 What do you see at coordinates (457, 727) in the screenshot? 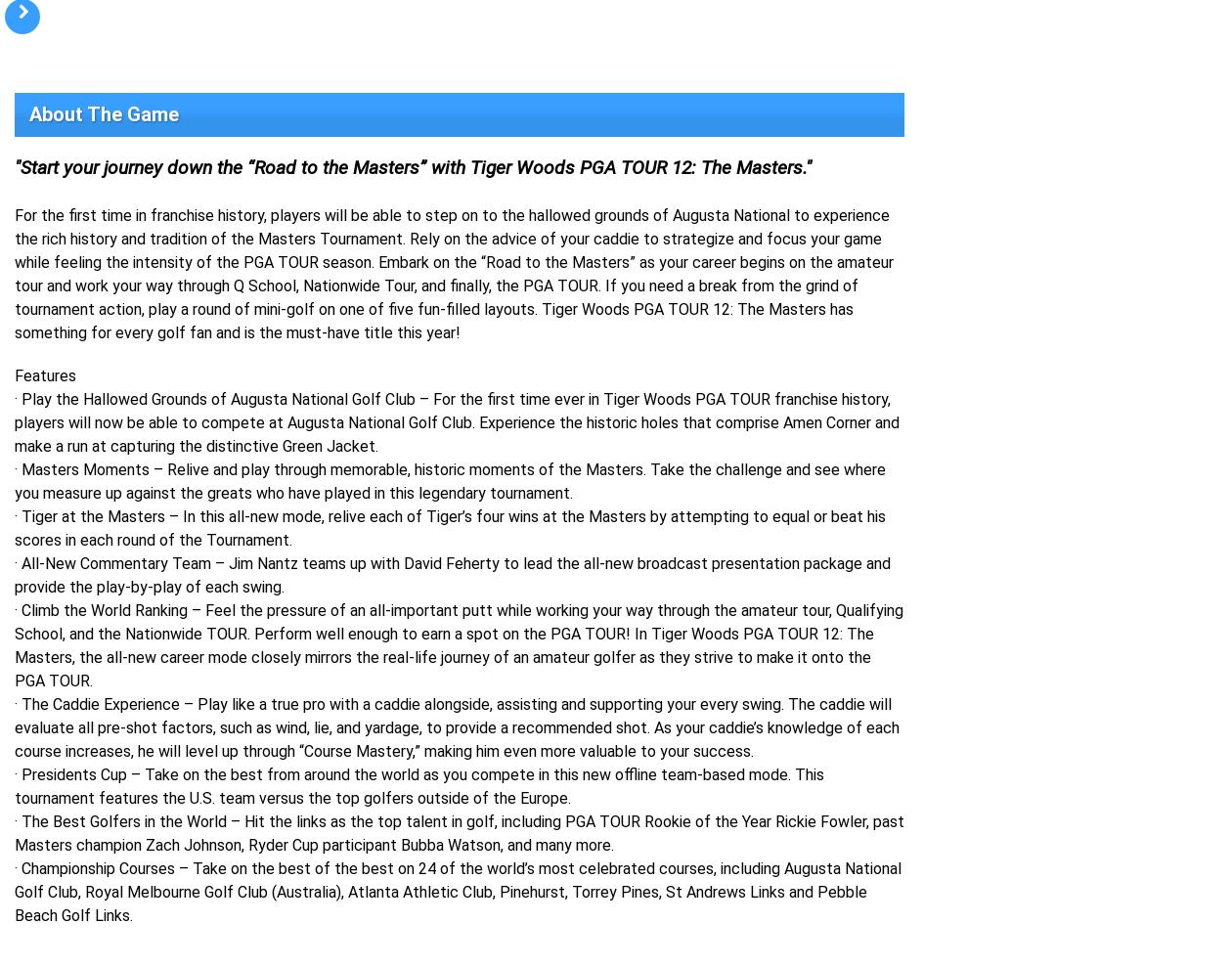
I see `'· The Caddie Experience – Play like a true pro with a caddie alongside, assisting and supporting your every swing. The caddie will evaluate all pre-shot factors, such as wind, lie, and yardage, to provide a recommended shot. As your caddie’s knowledge of each course increases, he will level up through “Course Mastery,” making him even more valuable to your success.'` at bounding box center [457, 727].